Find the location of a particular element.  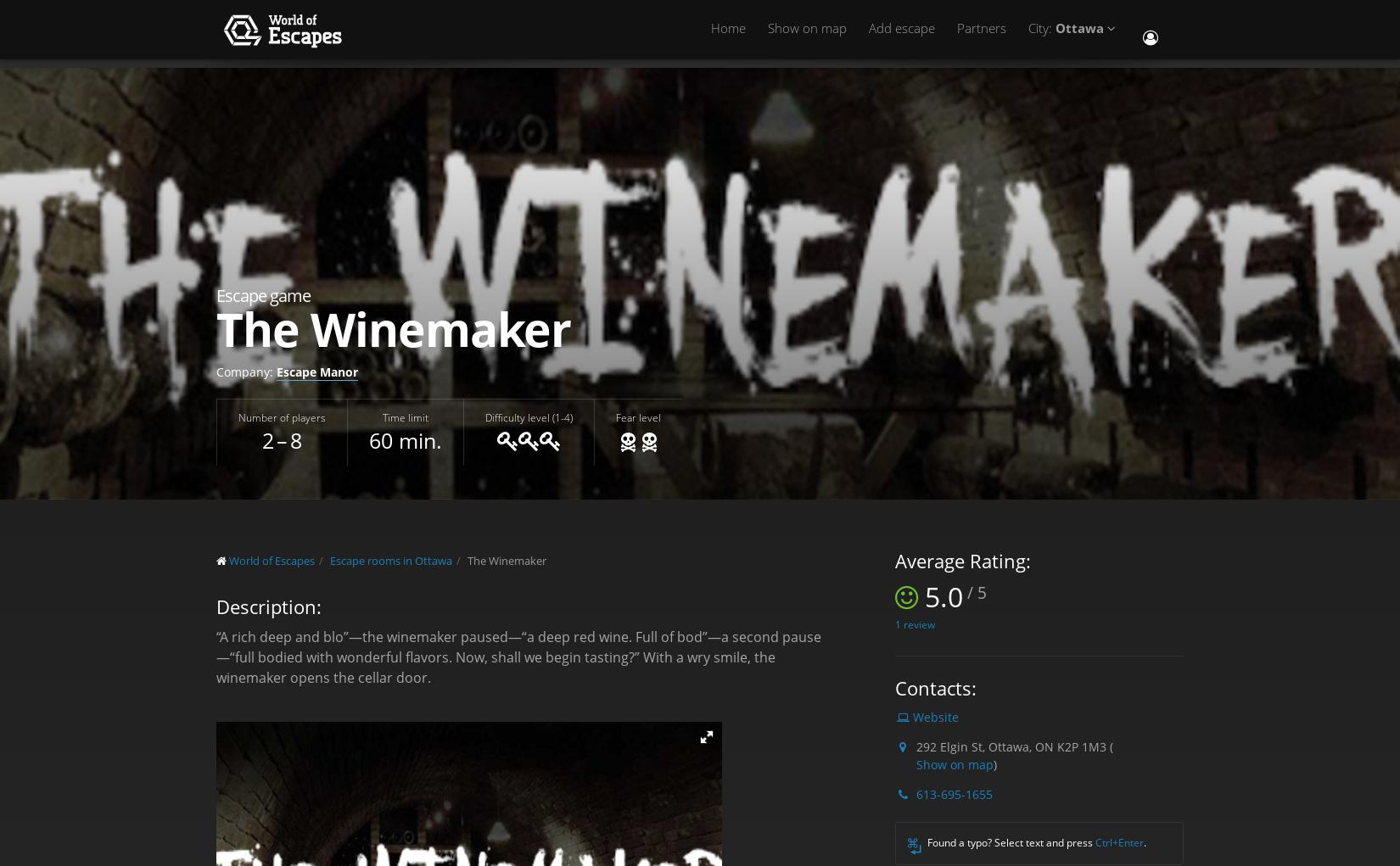

'2 – 8' is located at coordinates (282, 439).